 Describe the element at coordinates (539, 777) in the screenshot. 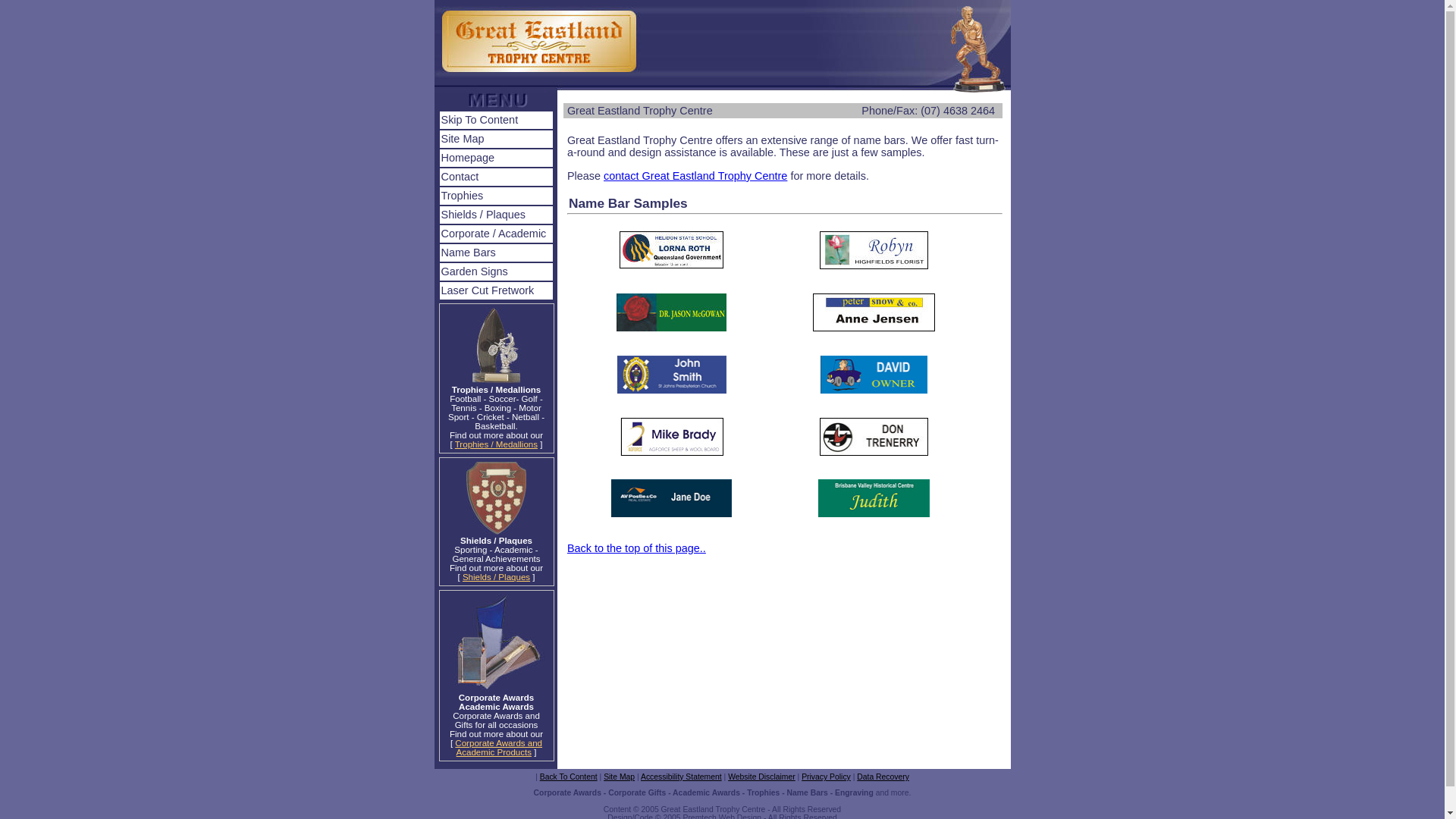

I see `'Back To Content'` at that location.